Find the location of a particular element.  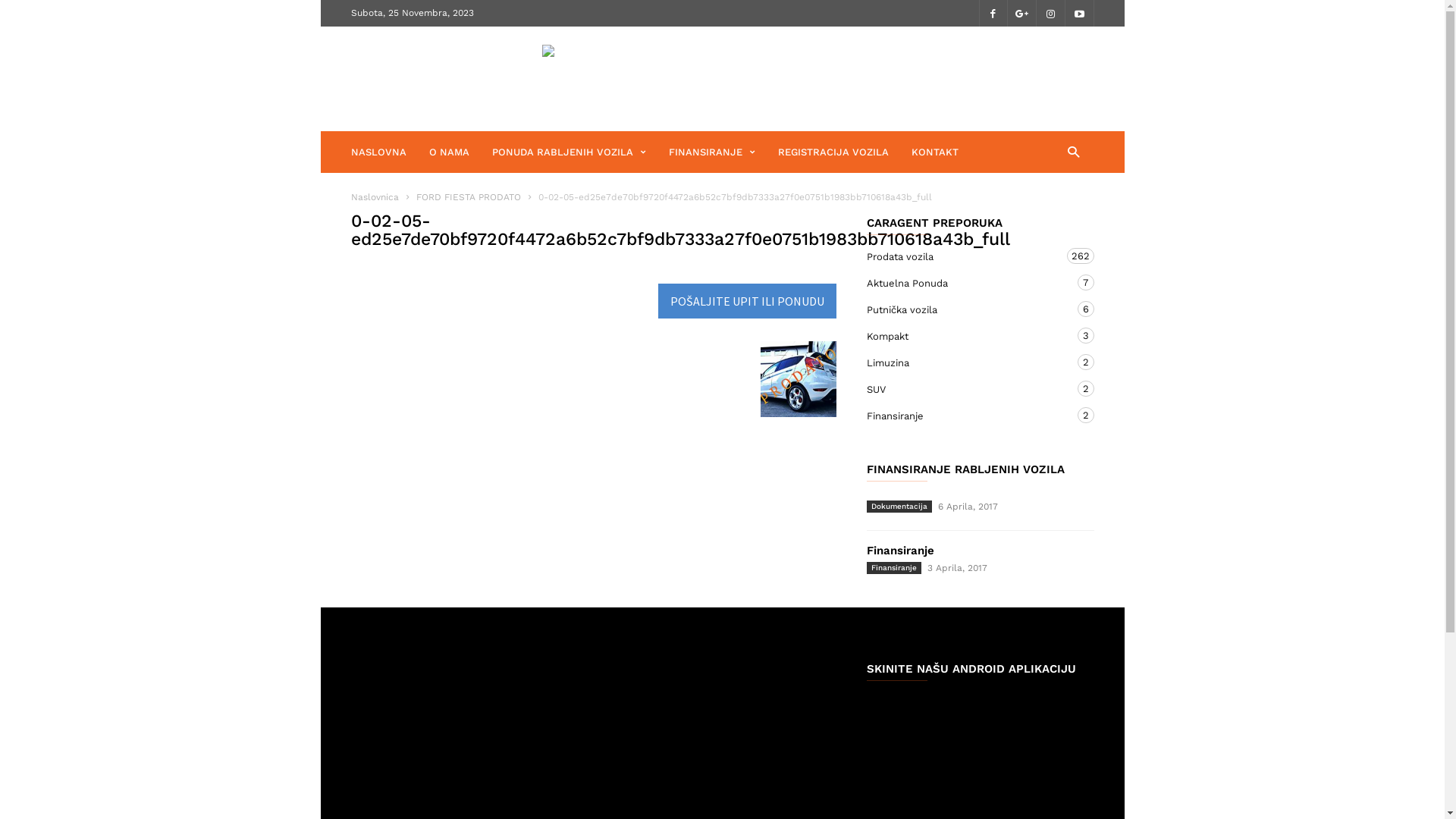

'NASLOVNA' is located at coordinates (389, 152).